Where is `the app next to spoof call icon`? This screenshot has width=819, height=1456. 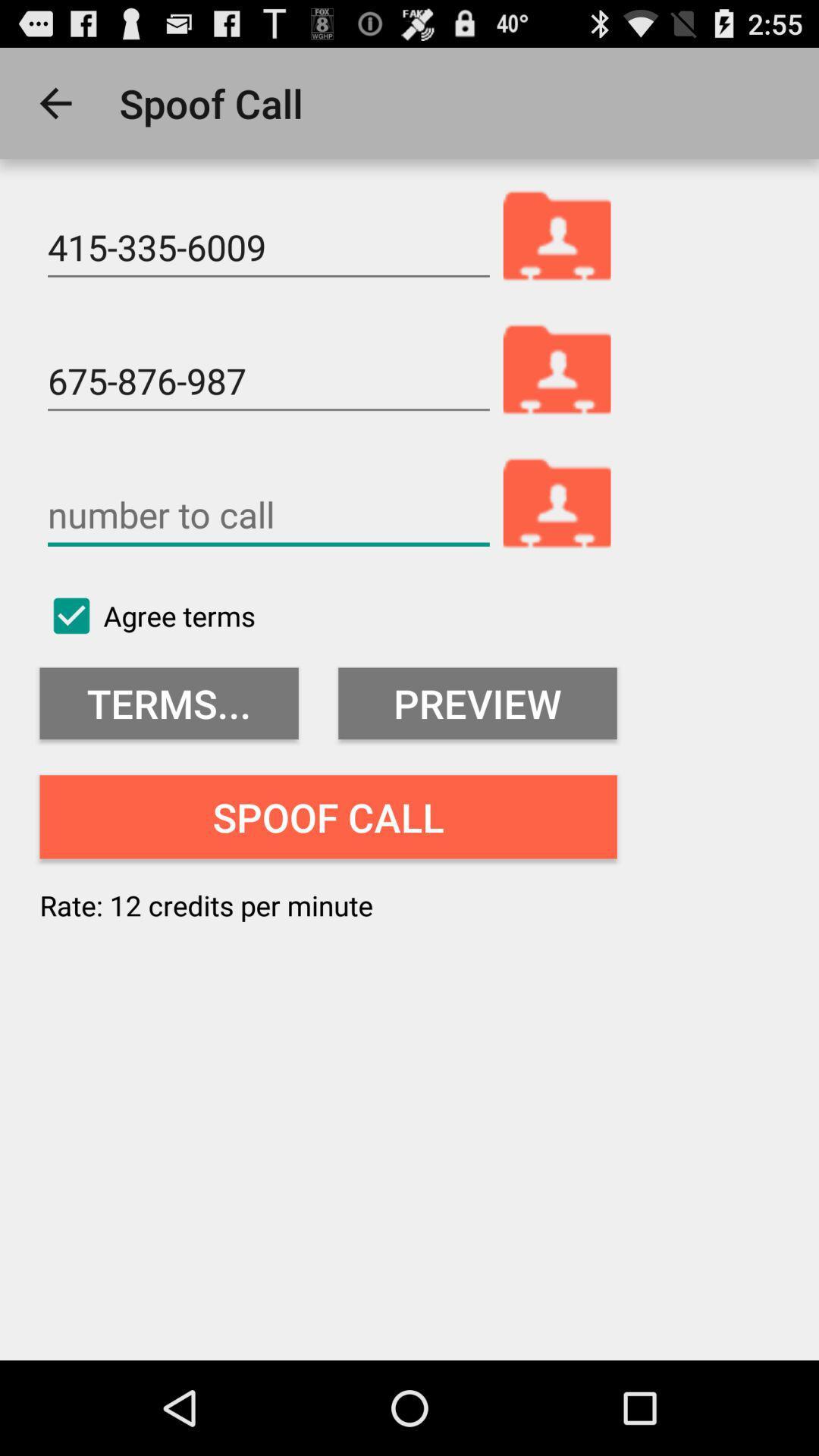 the app next to spoof call icon is located at coordinates (55, 102).